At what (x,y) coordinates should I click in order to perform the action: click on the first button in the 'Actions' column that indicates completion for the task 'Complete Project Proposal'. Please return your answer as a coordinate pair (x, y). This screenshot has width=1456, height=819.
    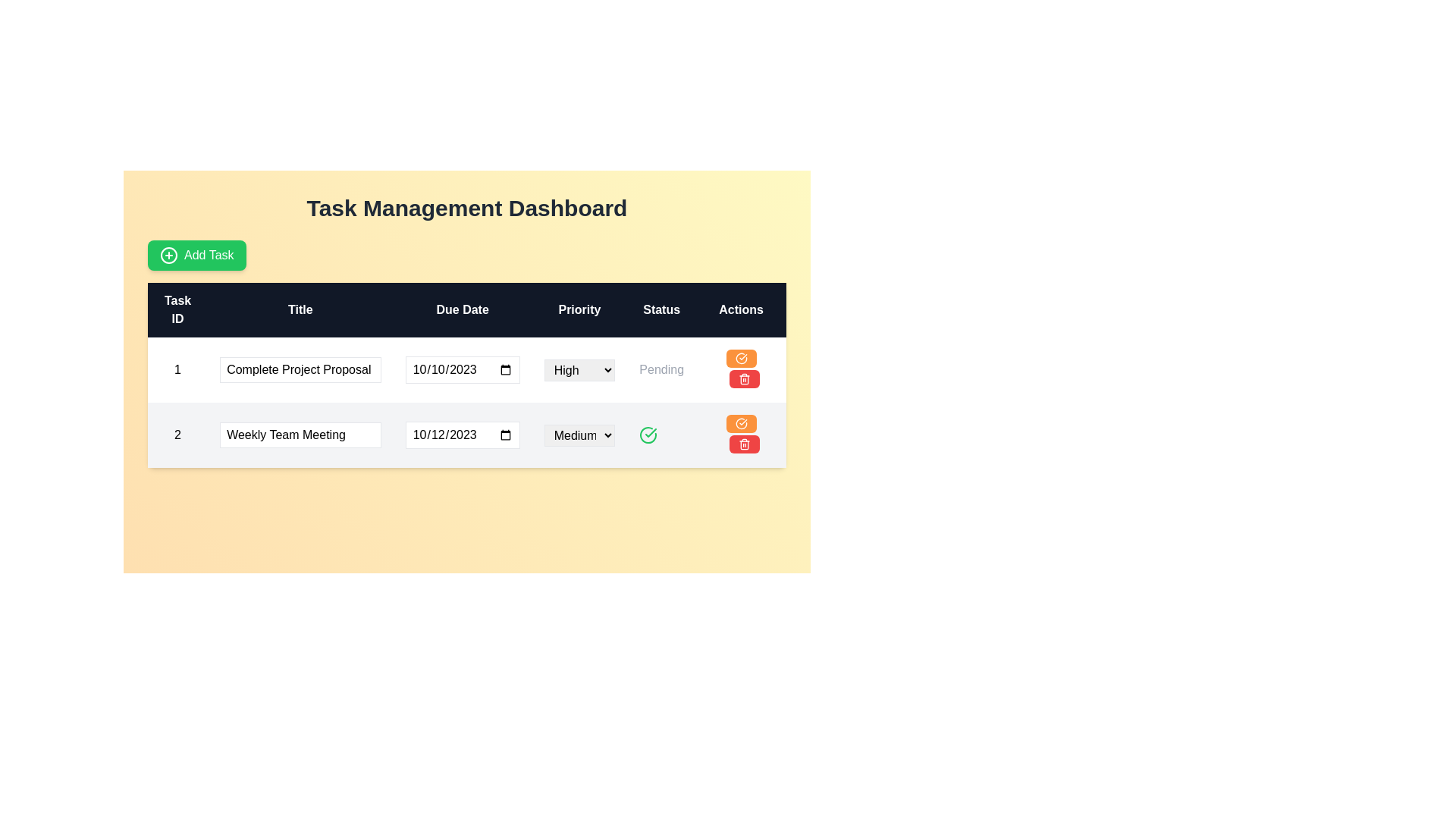
    Looking at the image, I should click on (741, 359).